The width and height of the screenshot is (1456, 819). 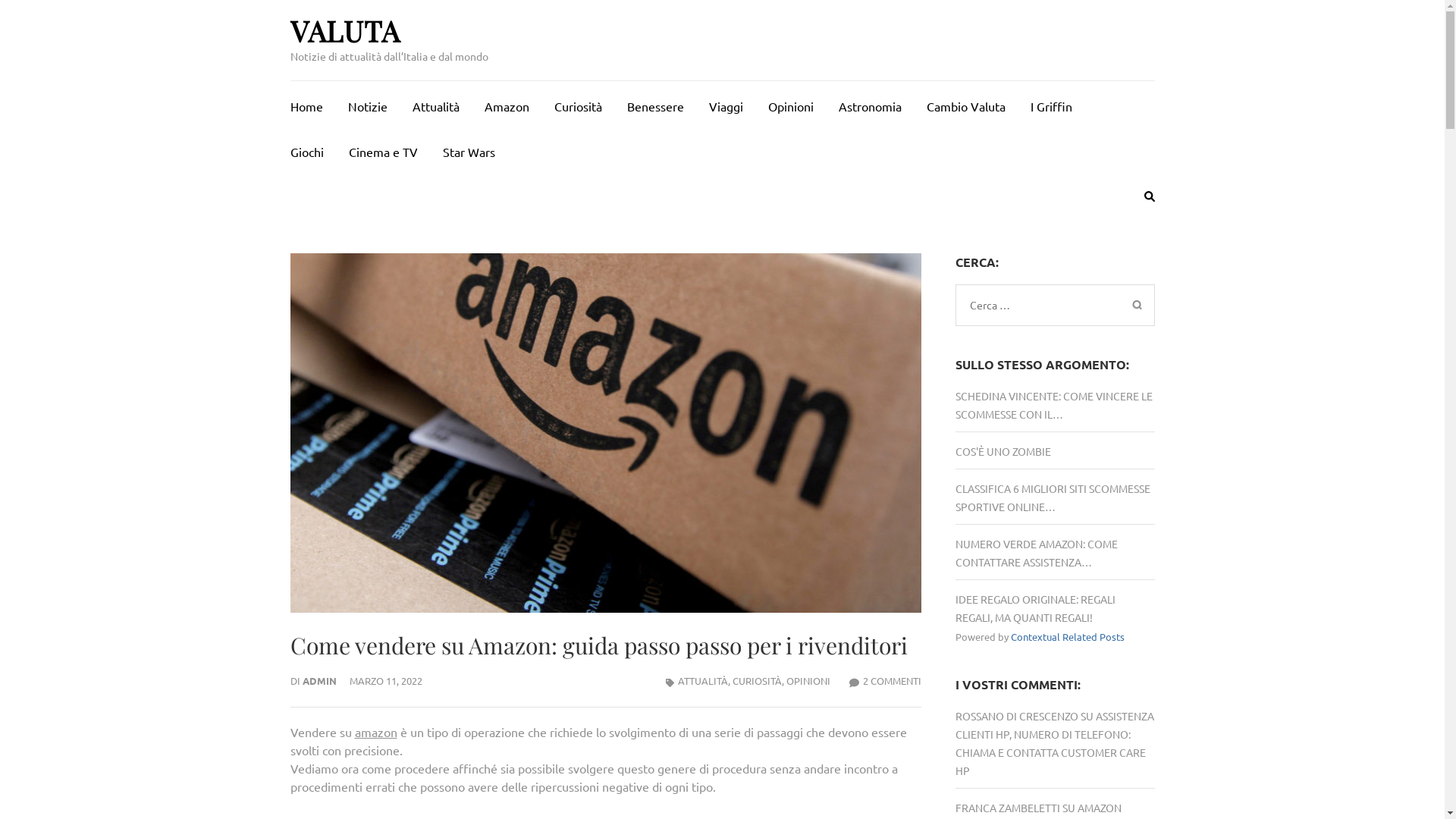 What do you see at coordinates (385, 679) in the screenshot?
I see `'MARZO 11, 2022'` at bounding box center [385, 679].